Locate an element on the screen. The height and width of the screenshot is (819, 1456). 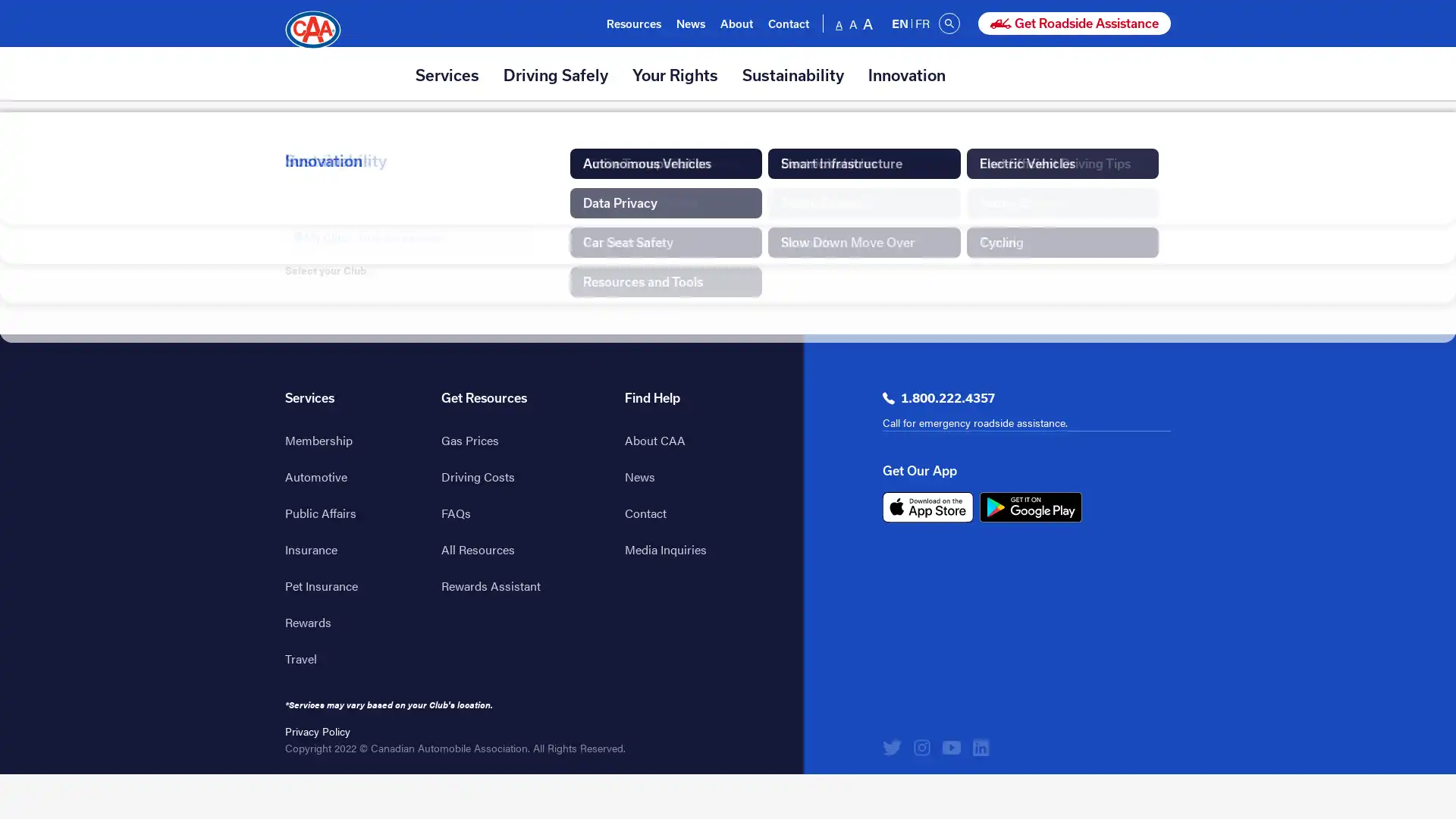
Search is located at coordinates (1051, 23).